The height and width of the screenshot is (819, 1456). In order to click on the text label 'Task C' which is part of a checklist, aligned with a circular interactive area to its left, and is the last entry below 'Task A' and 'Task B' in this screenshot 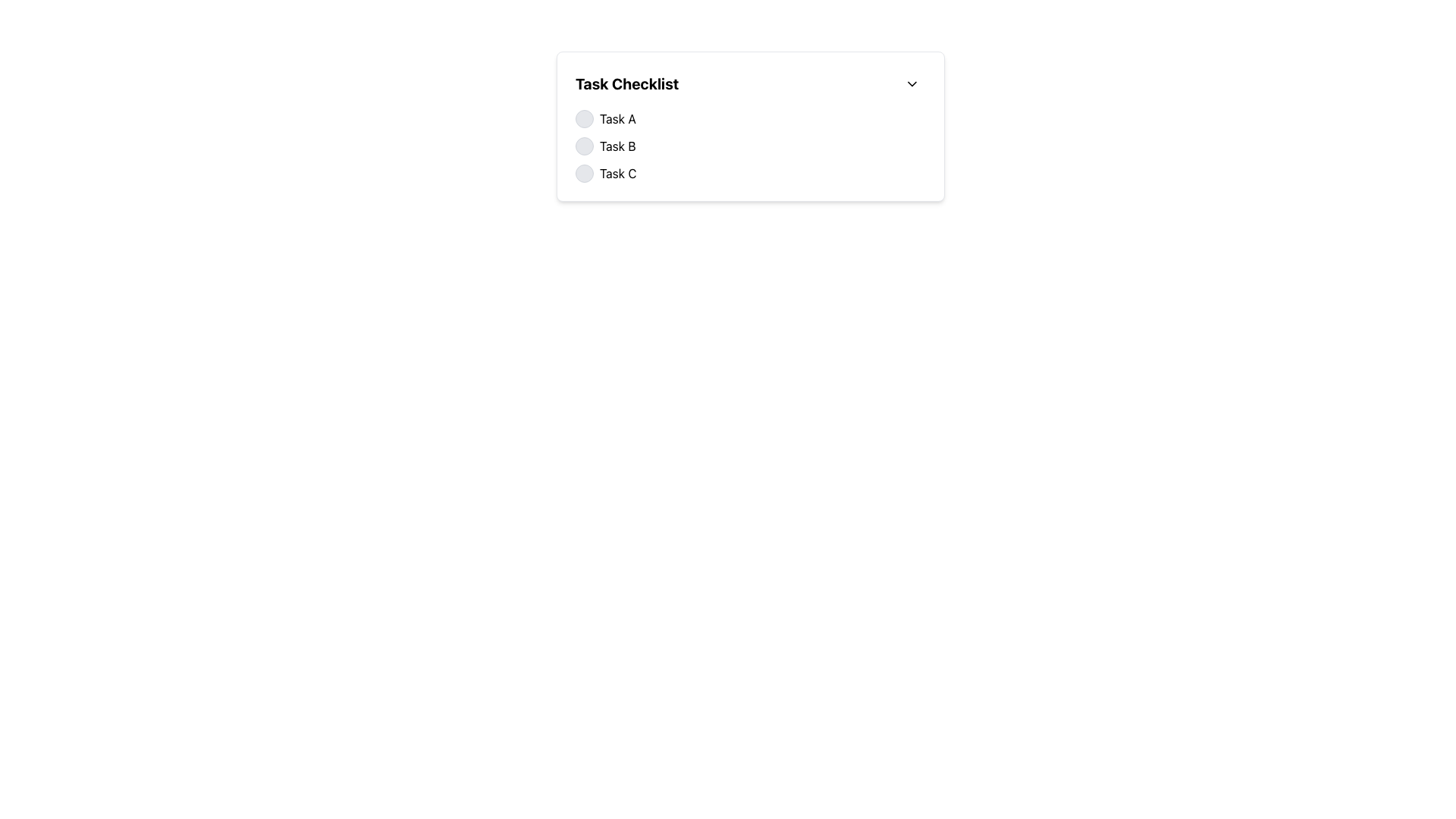, I will do `click(618, 172)`.